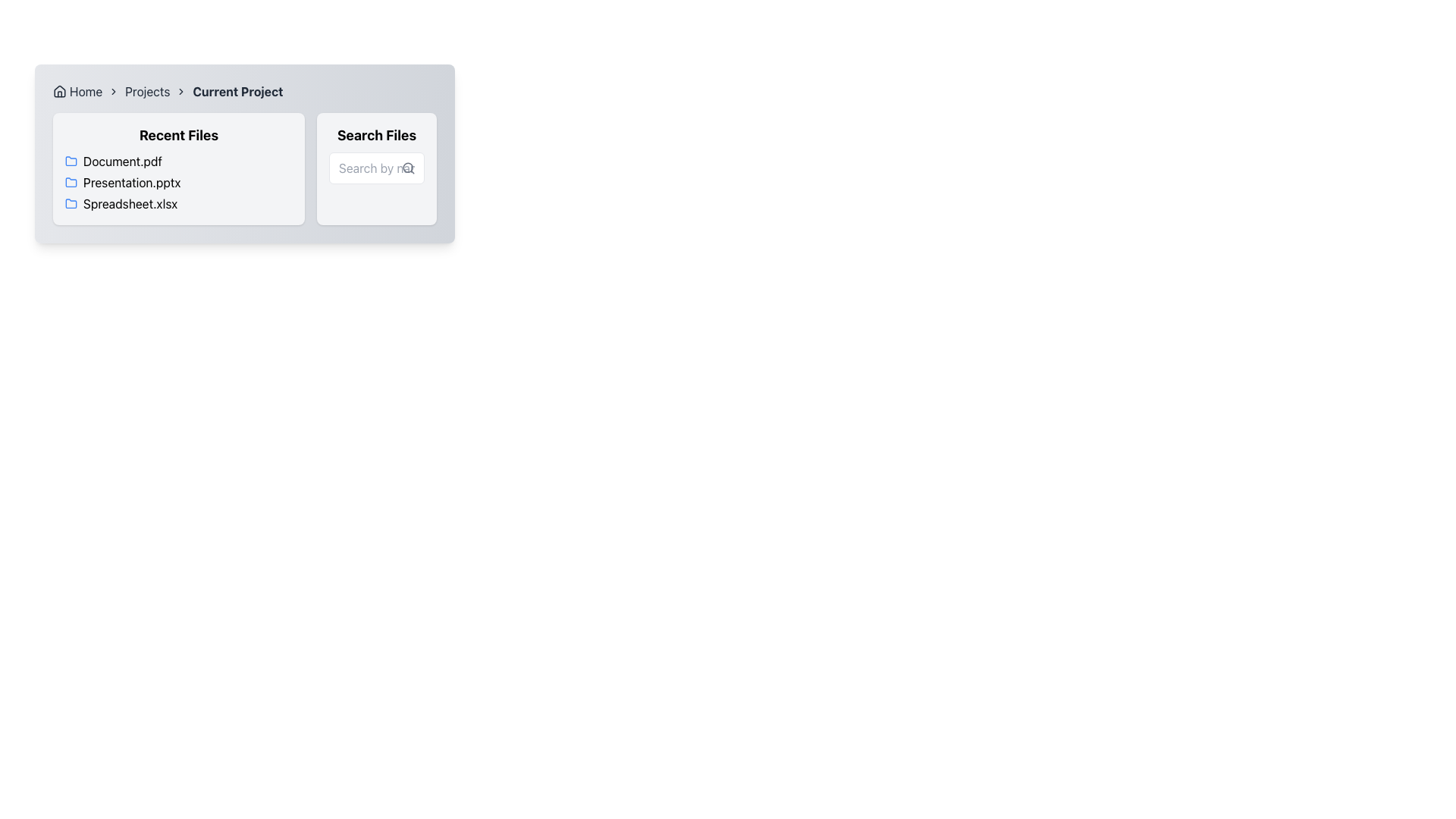 The width and height of the screenshot is (1456, 819). I want to click on the second item in the breadcrumb navigation bar, which is the link, so click(147, 91).